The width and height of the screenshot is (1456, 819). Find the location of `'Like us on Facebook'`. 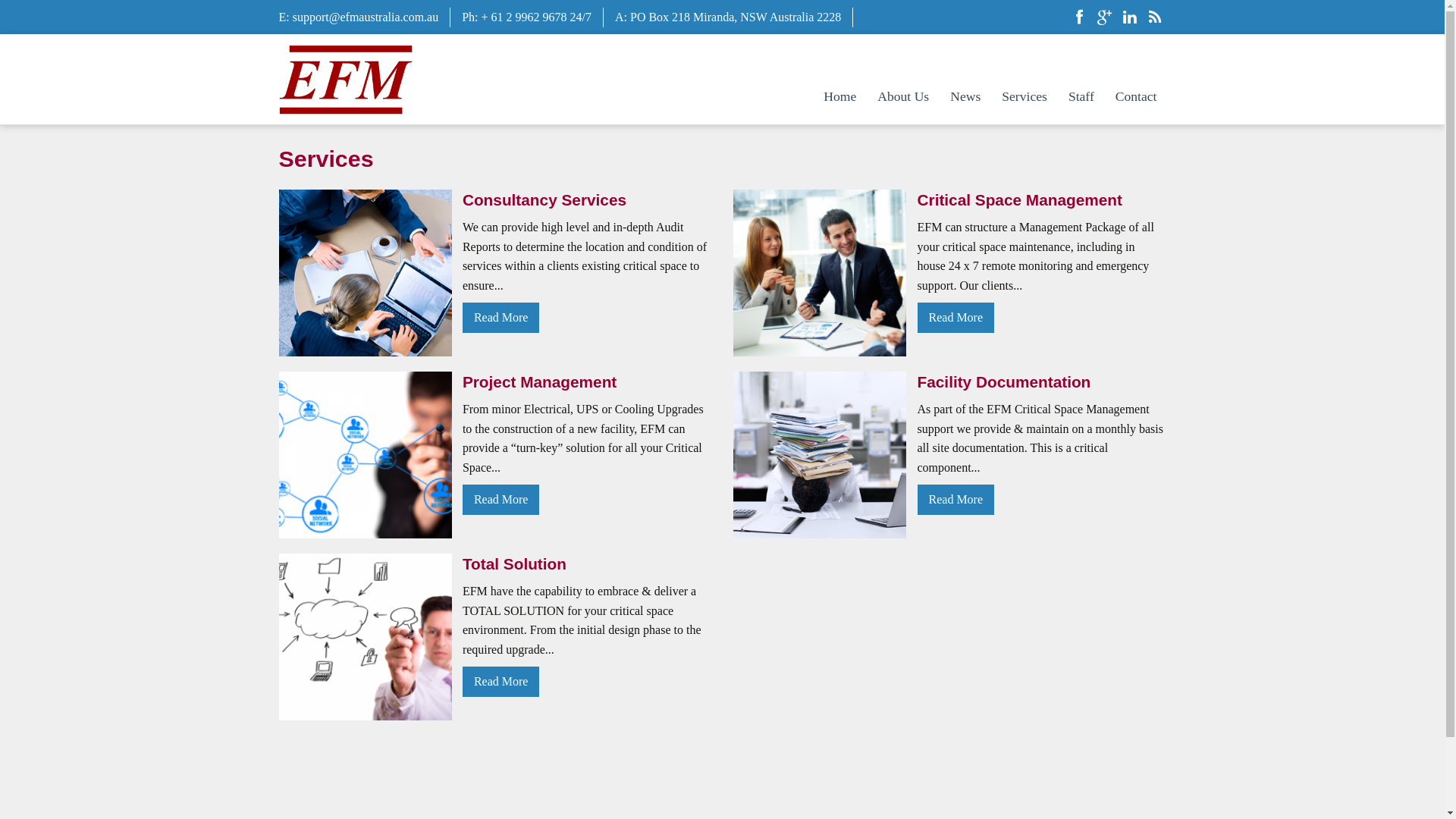

'Like us on Facebook' is located at coordinates (1078, 18).